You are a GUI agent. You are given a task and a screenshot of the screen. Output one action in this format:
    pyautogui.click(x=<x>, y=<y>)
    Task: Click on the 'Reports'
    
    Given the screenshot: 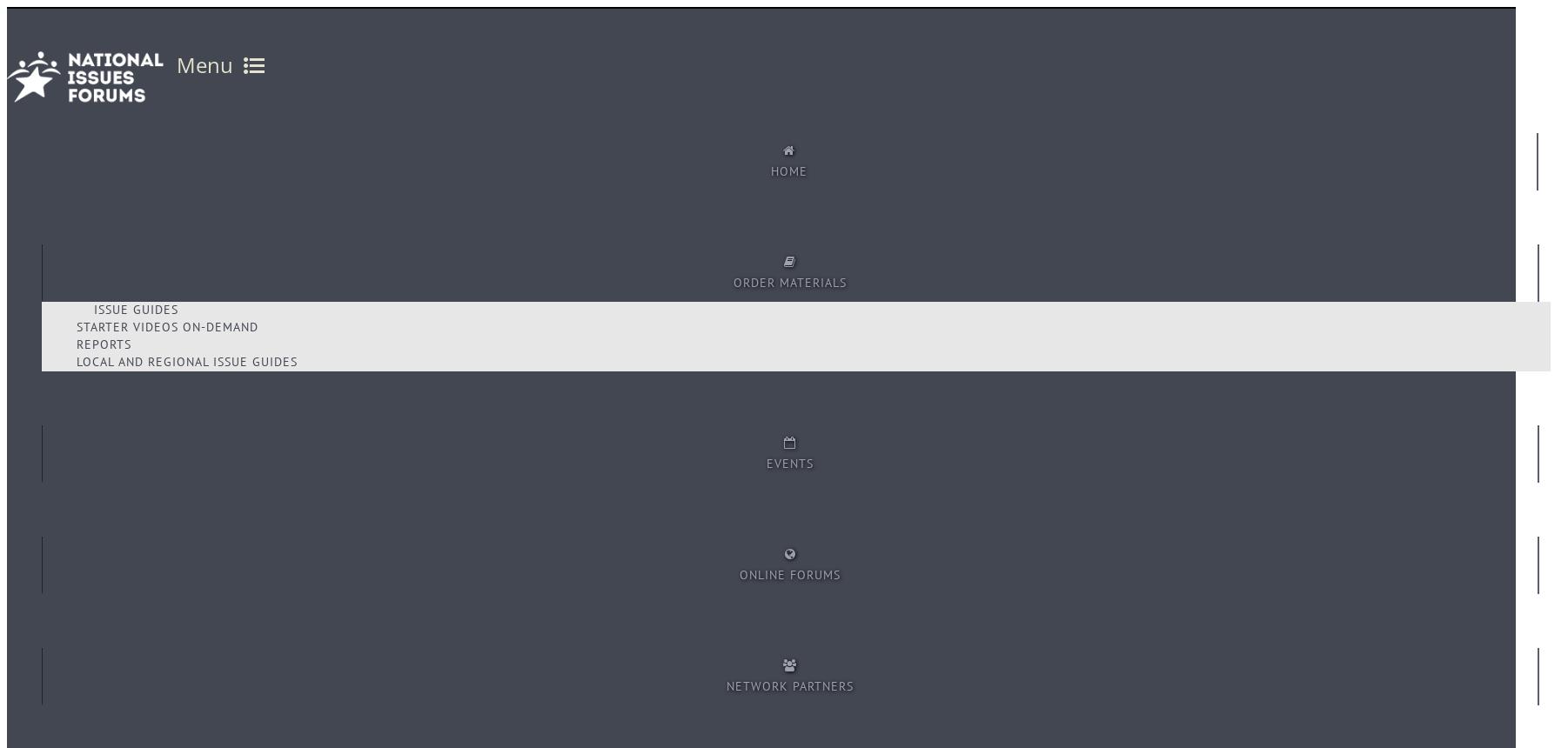 What is the action you would take?
    pyautogui.click(x=104, y=344)
    